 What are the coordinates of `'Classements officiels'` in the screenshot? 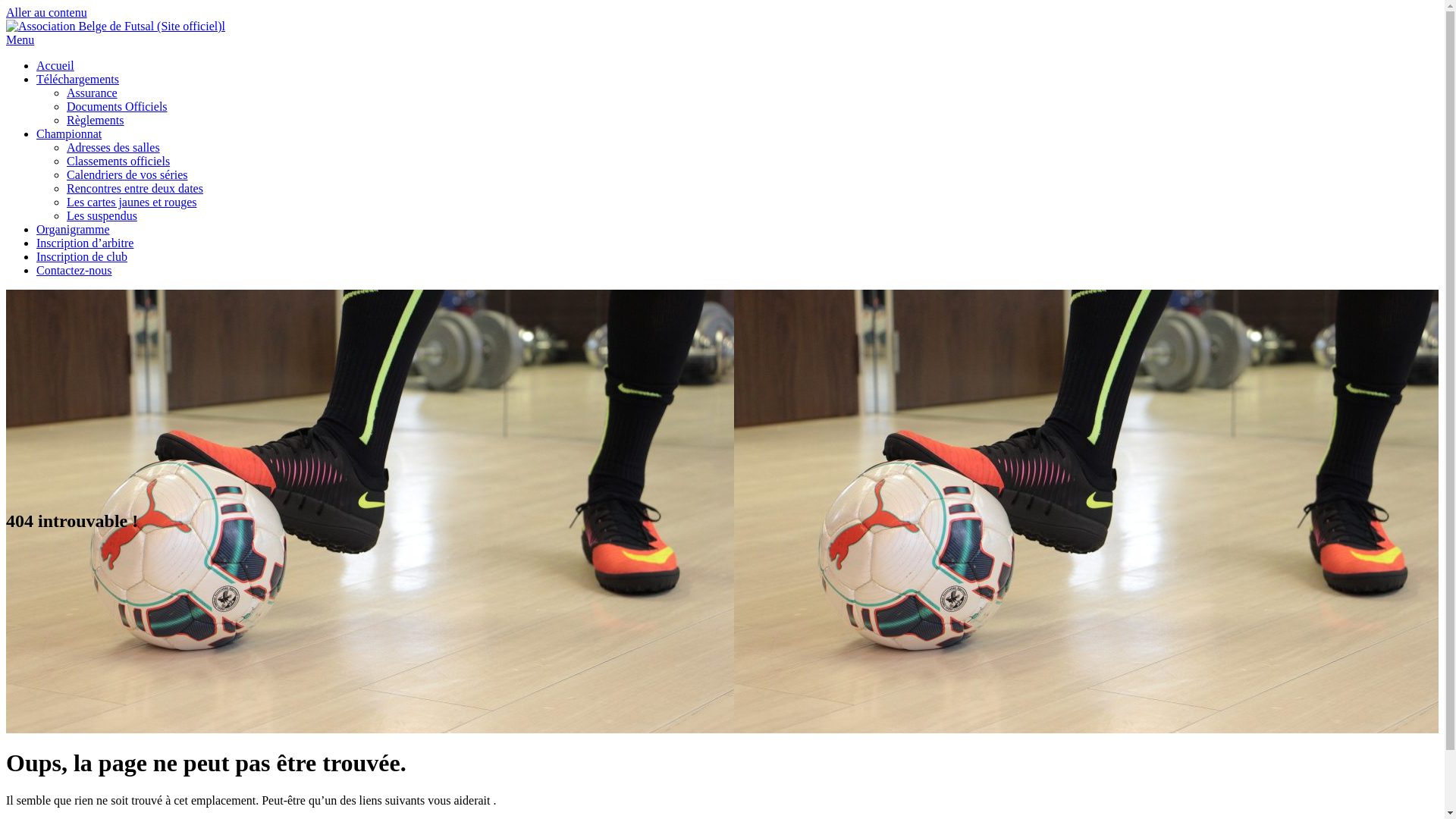 It's located at (118, 161).